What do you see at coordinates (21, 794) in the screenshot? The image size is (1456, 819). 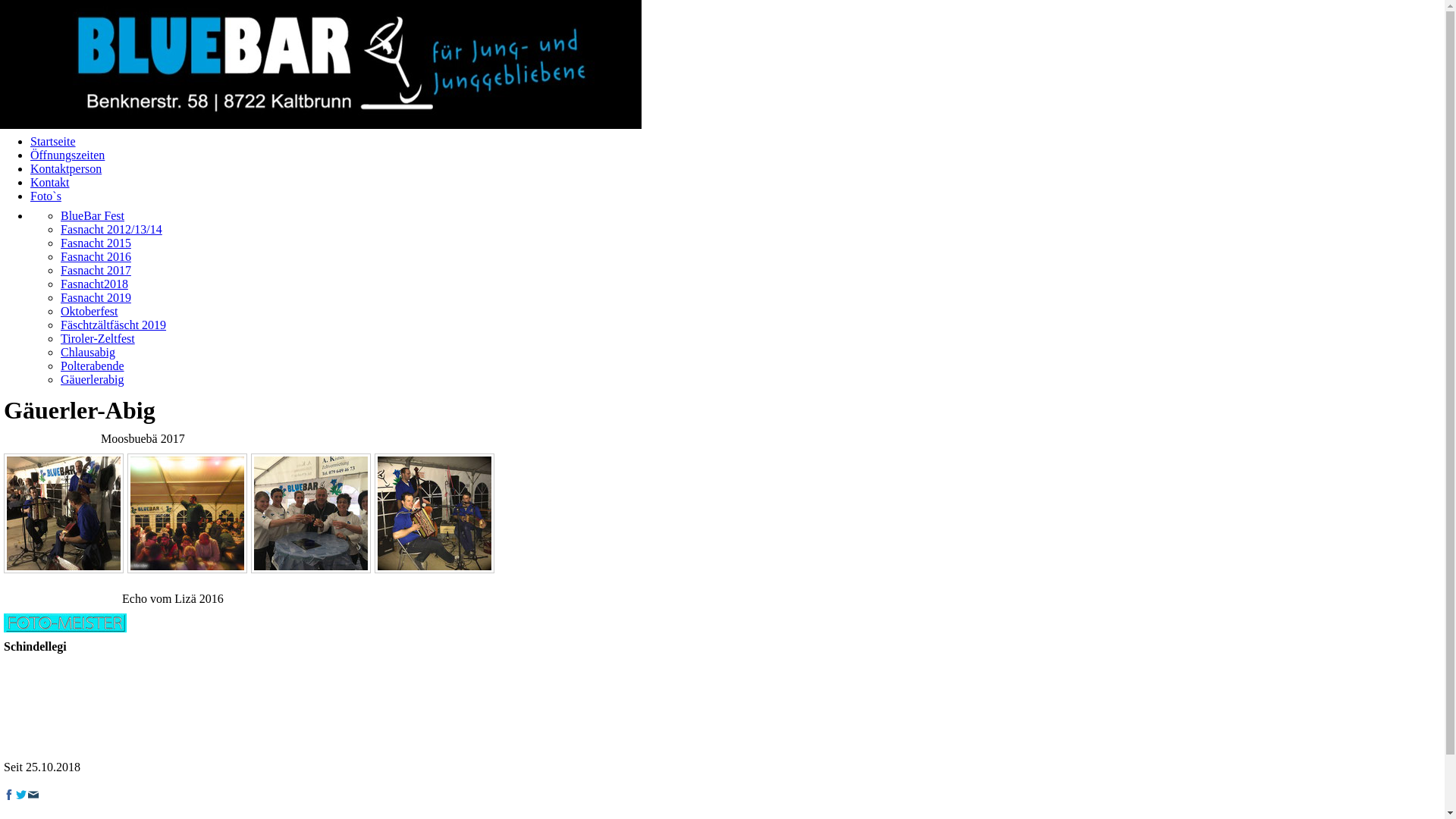 I see `'Twitter'` at bounding box center [21, 794].